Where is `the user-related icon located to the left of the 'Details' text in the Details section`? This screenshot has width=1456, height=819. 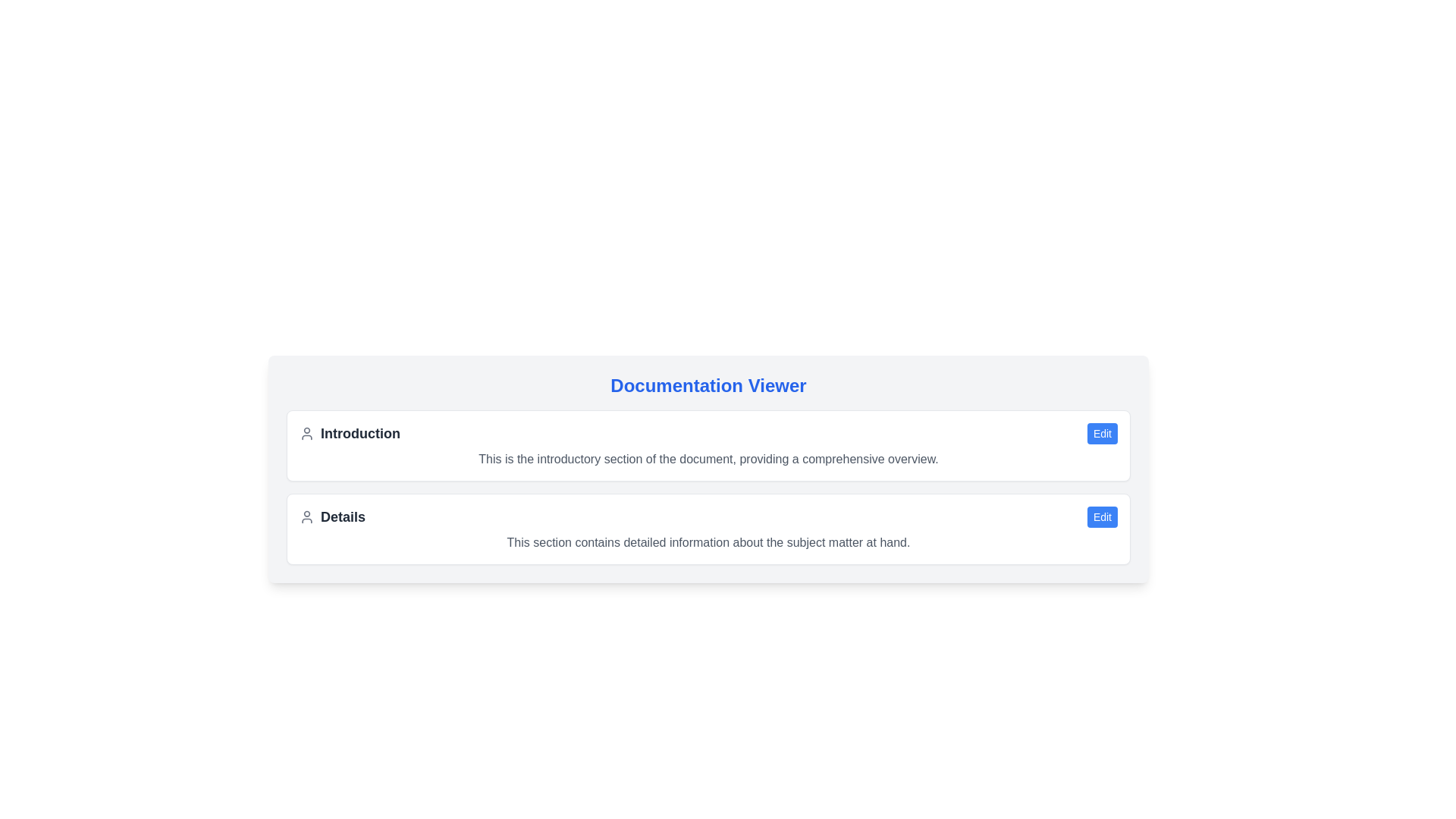
the user-related icon located to the left of the 'Details' text in the Details section is located at coordinates (306, 516).